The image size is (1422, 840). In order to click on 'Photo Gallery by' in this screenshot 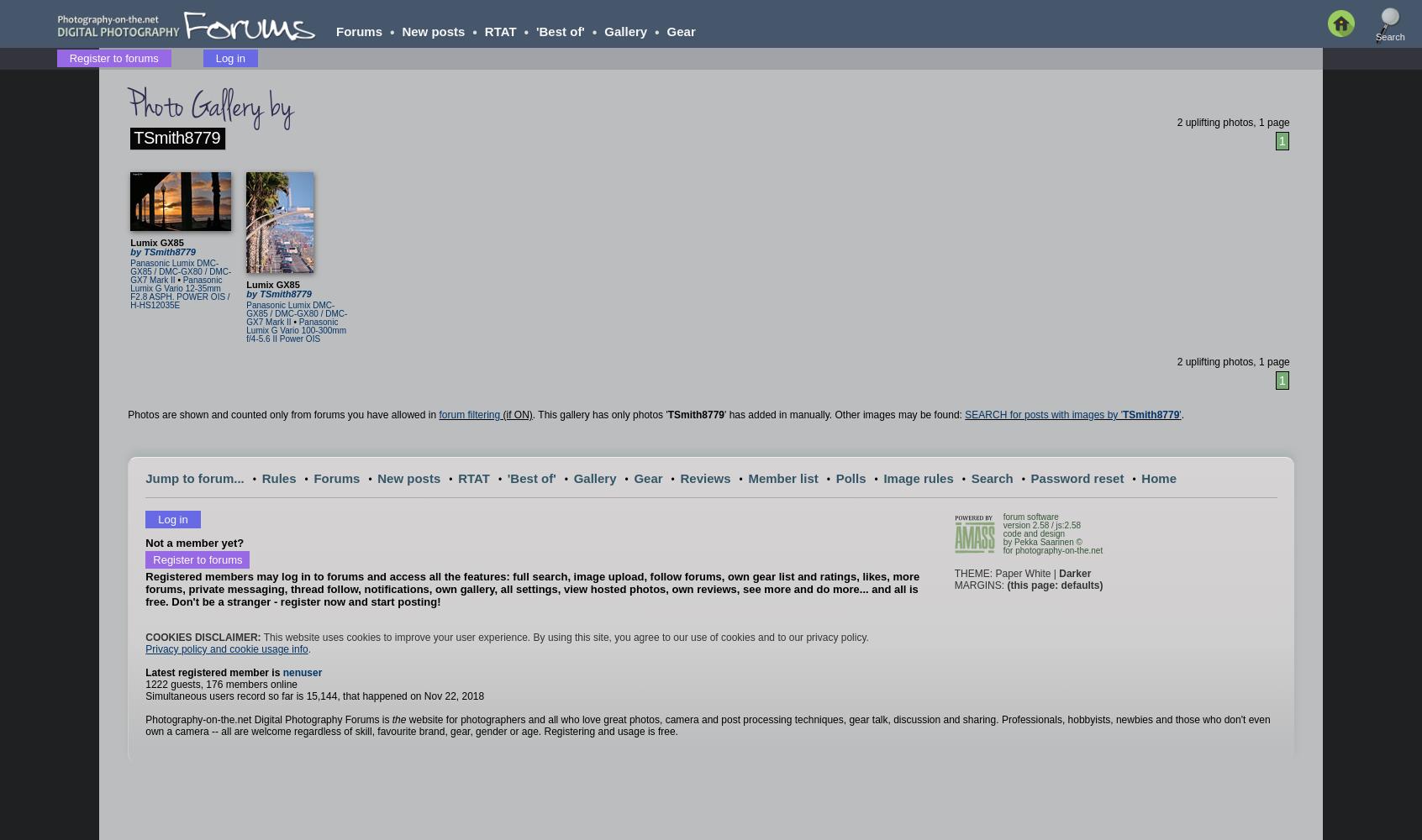, I will do `click(210, 106)`.